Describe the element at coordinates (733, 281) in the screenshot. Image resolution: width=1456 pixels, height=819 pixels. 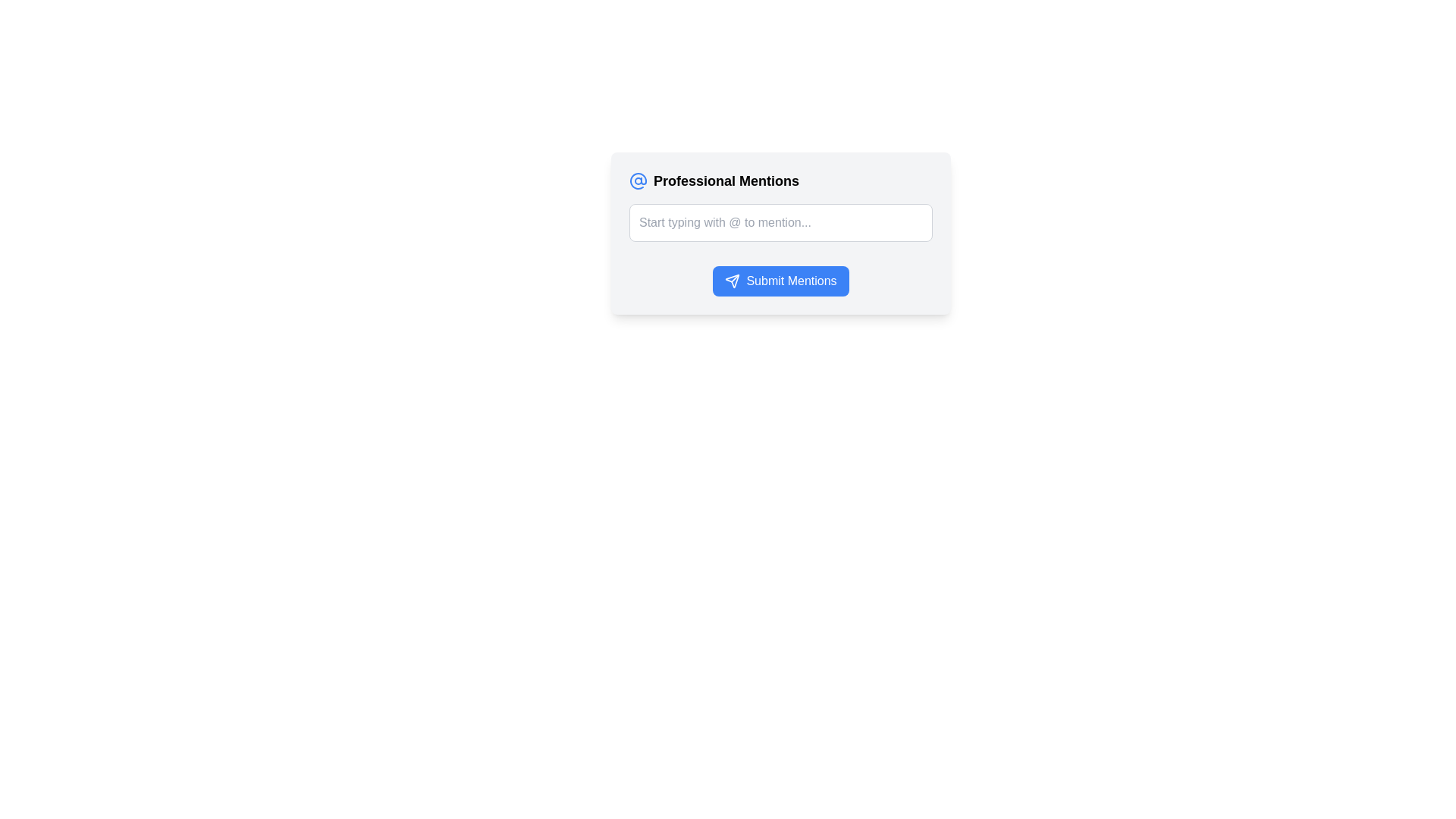
I see `the paper plane SVG icon located to the left of the 'Submit Mentions' button's label text for interaction` at that location.